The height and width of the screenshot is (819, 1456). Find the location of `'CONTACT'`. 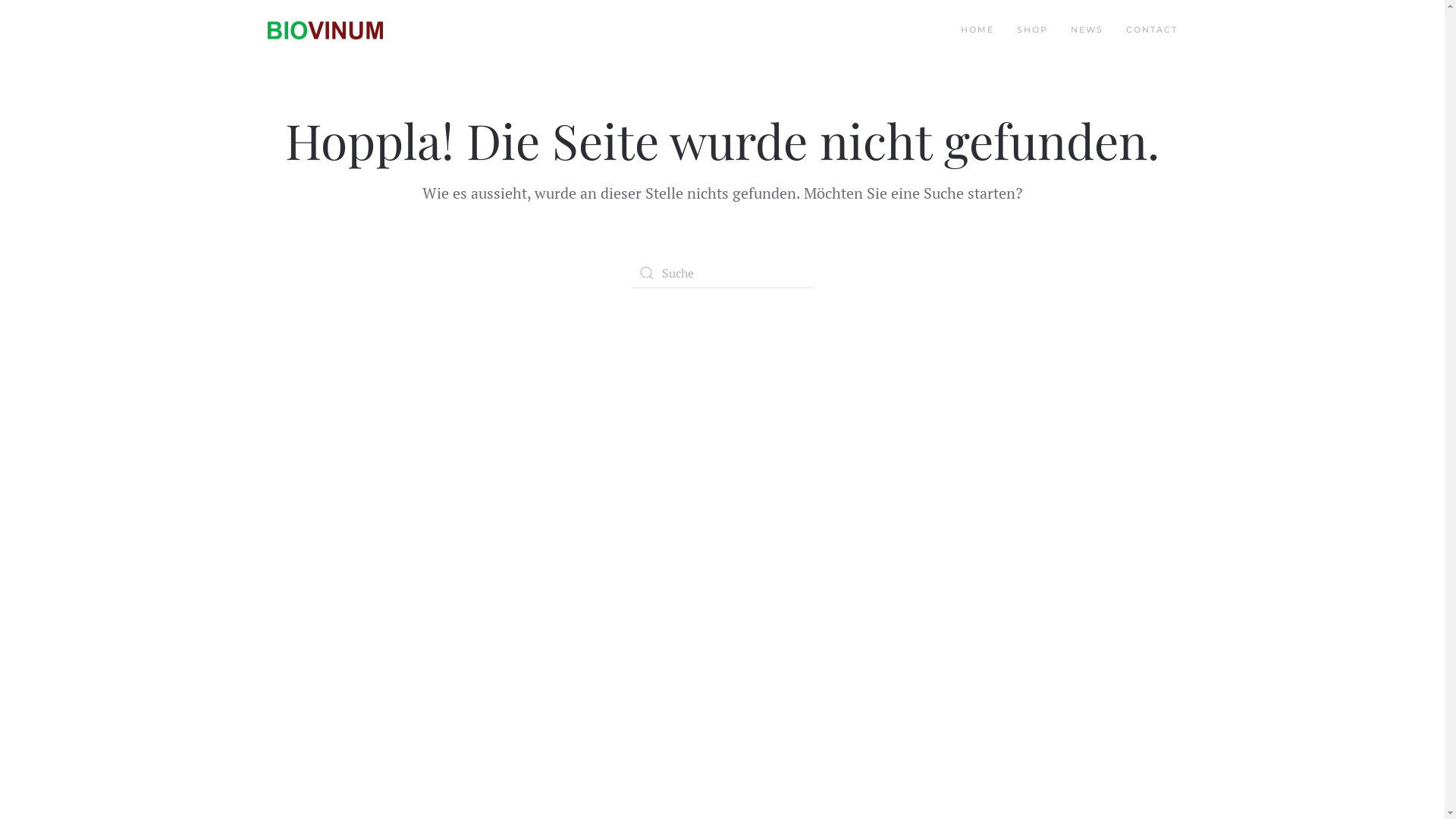

'CONTACT' is located at coordinates (1150, 30).